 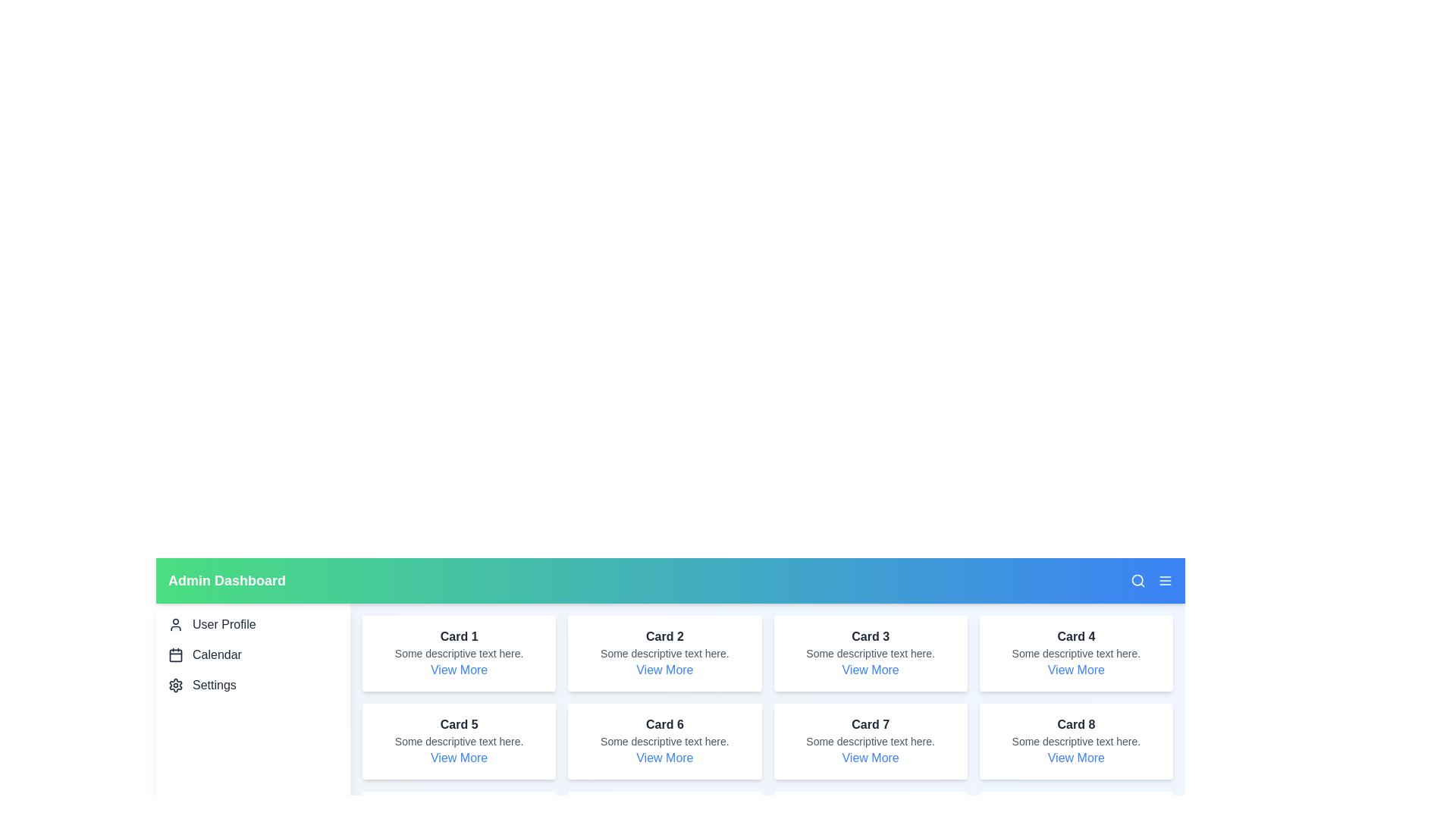 What do you see at coordinates (1164, 580) in the screenshot?
I see `menu button in the app bar to toggle the sidebar visibility` at bounding box center [1164, 580].